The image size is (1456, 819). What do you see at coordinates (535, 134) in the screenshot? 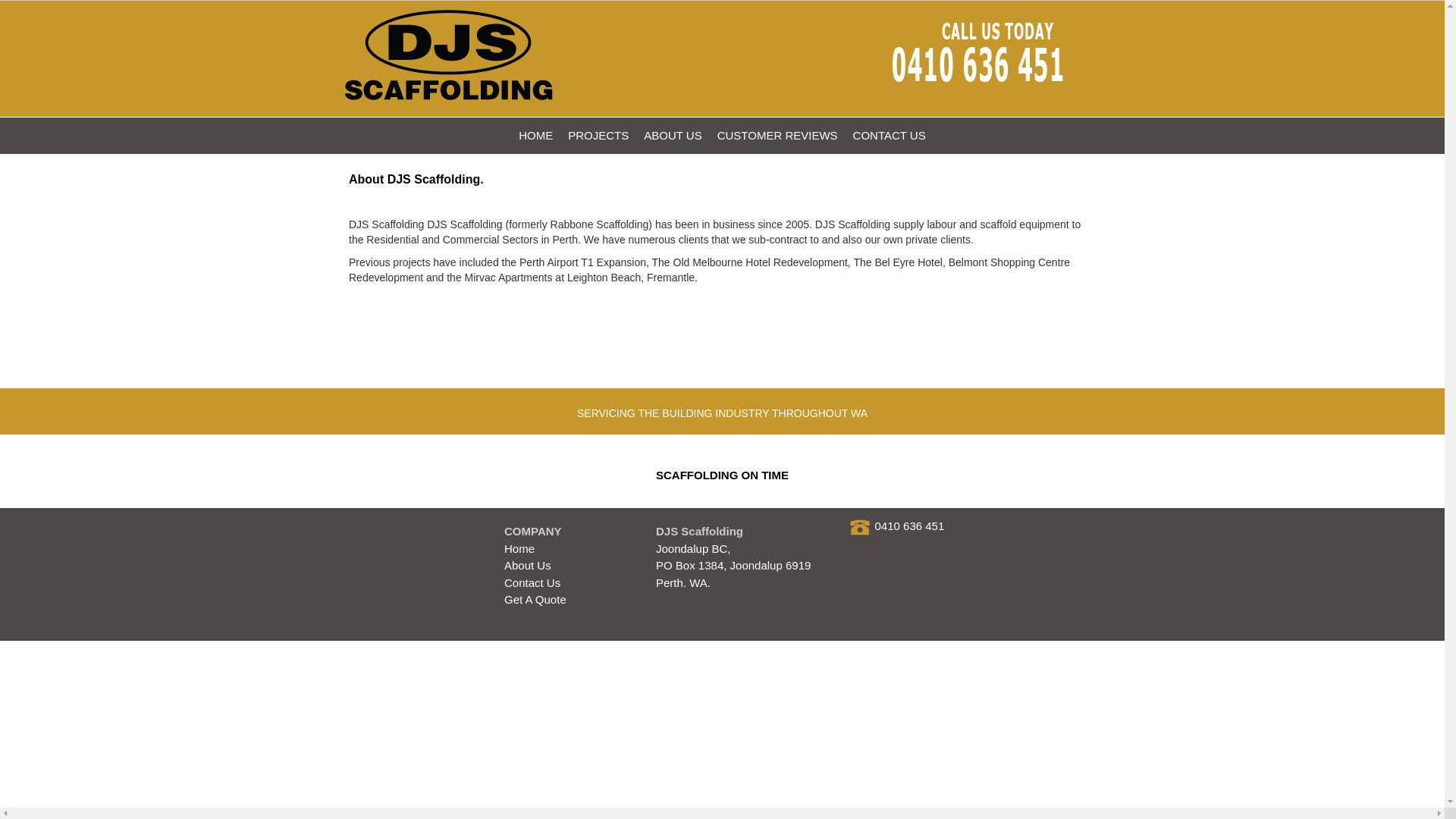
I see `'HOME'` at bounding box center [535, 134].